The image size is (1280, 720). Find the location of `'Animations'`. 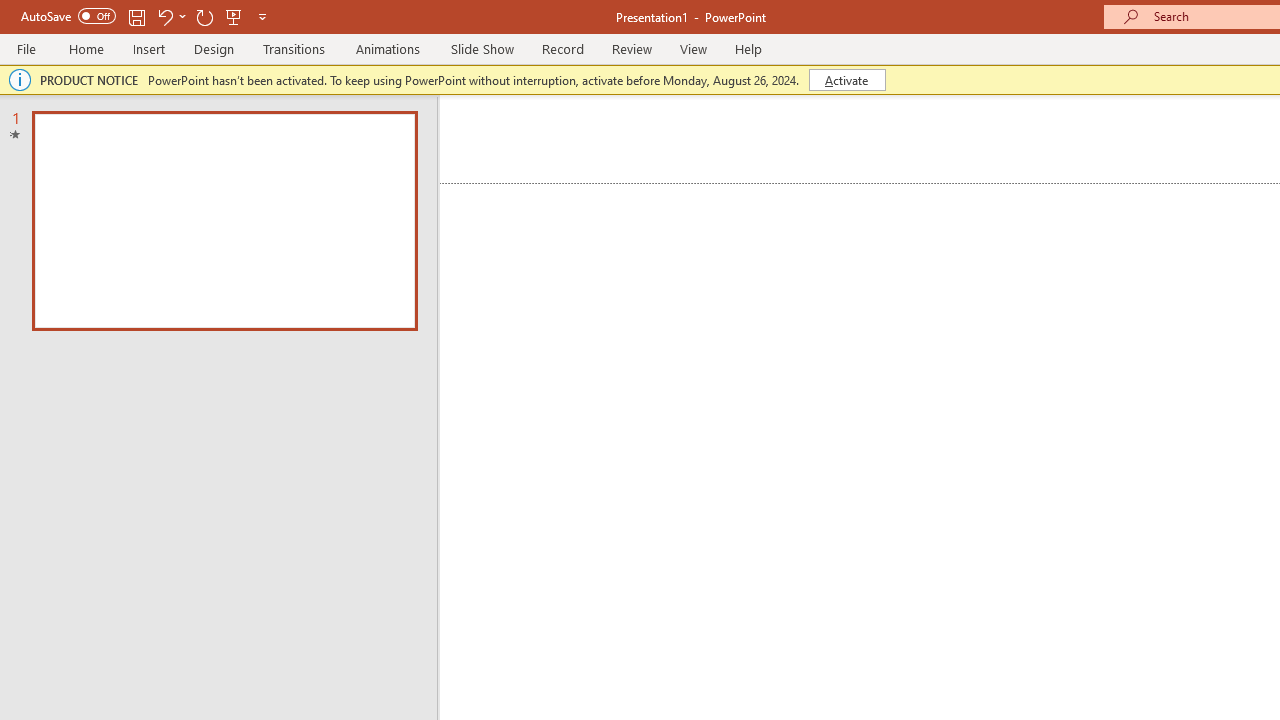

'Animations' is located at coordinates (388, 48).